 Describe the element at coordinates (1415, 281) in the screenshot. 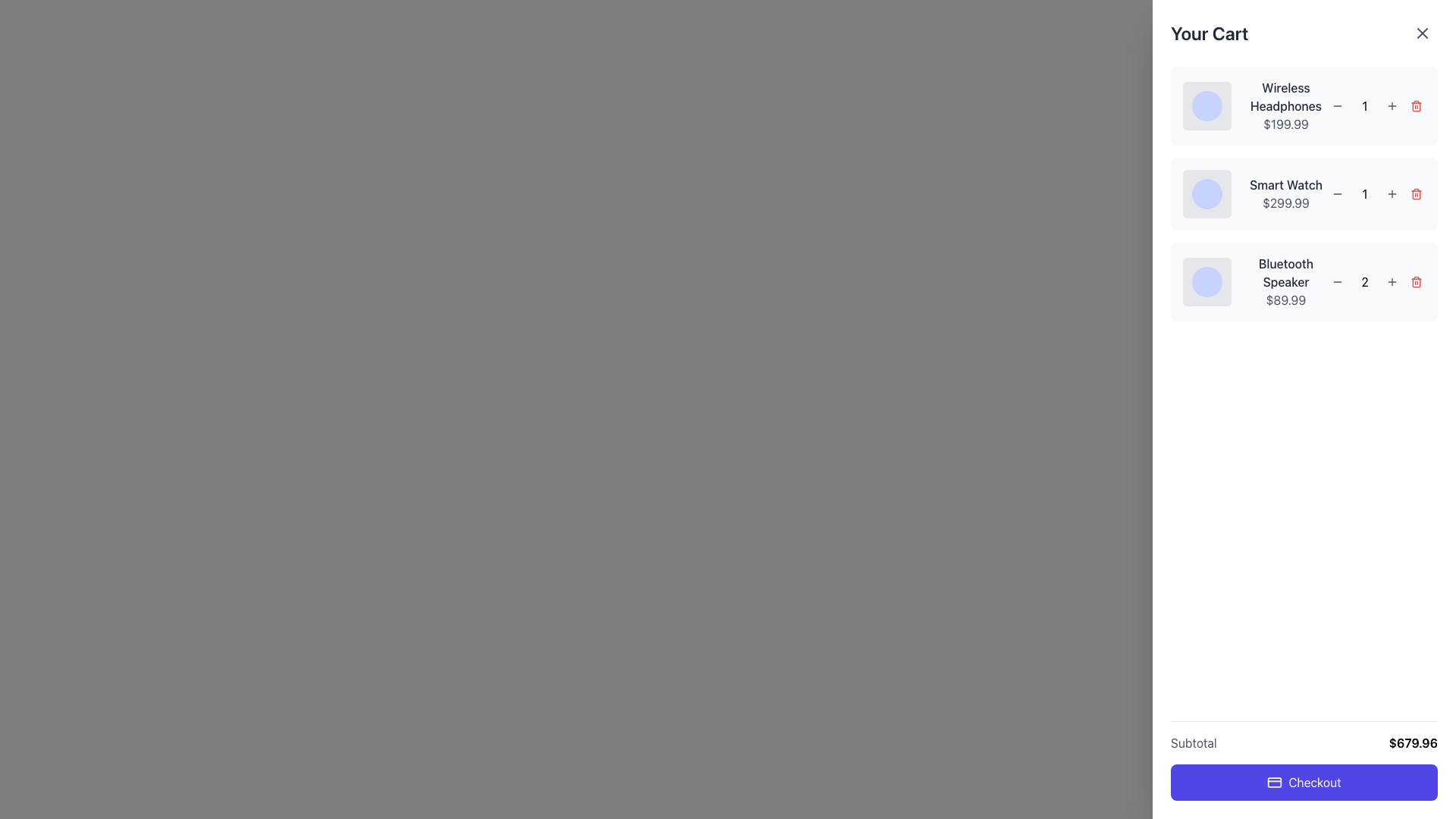

I see `the red trash bin icon within the button` at that location.